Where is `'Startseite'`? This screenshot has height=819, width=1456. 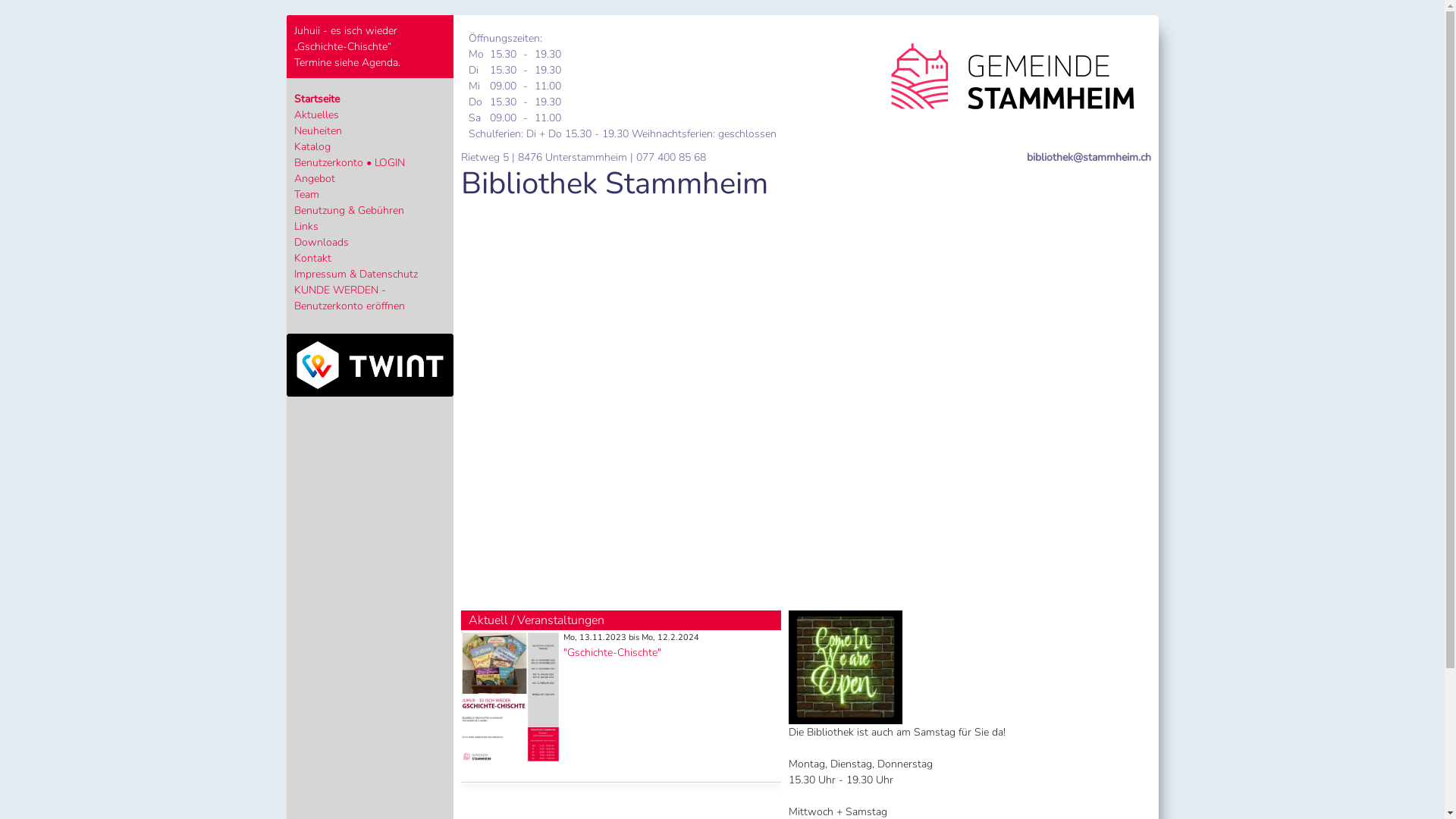
'Startseite' is located at coordinates (315, 99).